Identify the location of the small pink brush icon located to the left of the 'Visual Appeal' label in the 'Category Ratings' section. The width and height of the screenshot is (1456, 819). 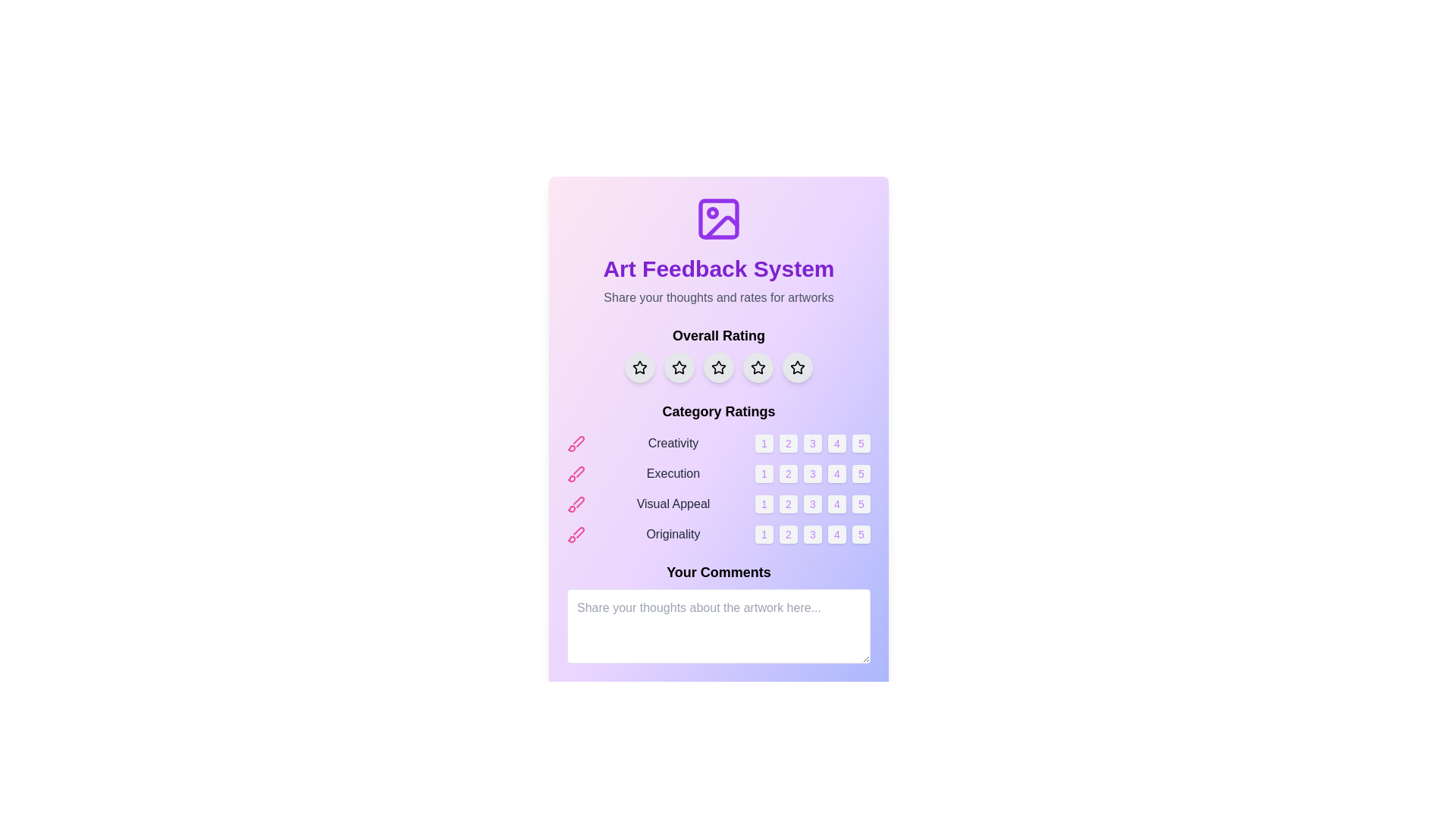
(578, 502).